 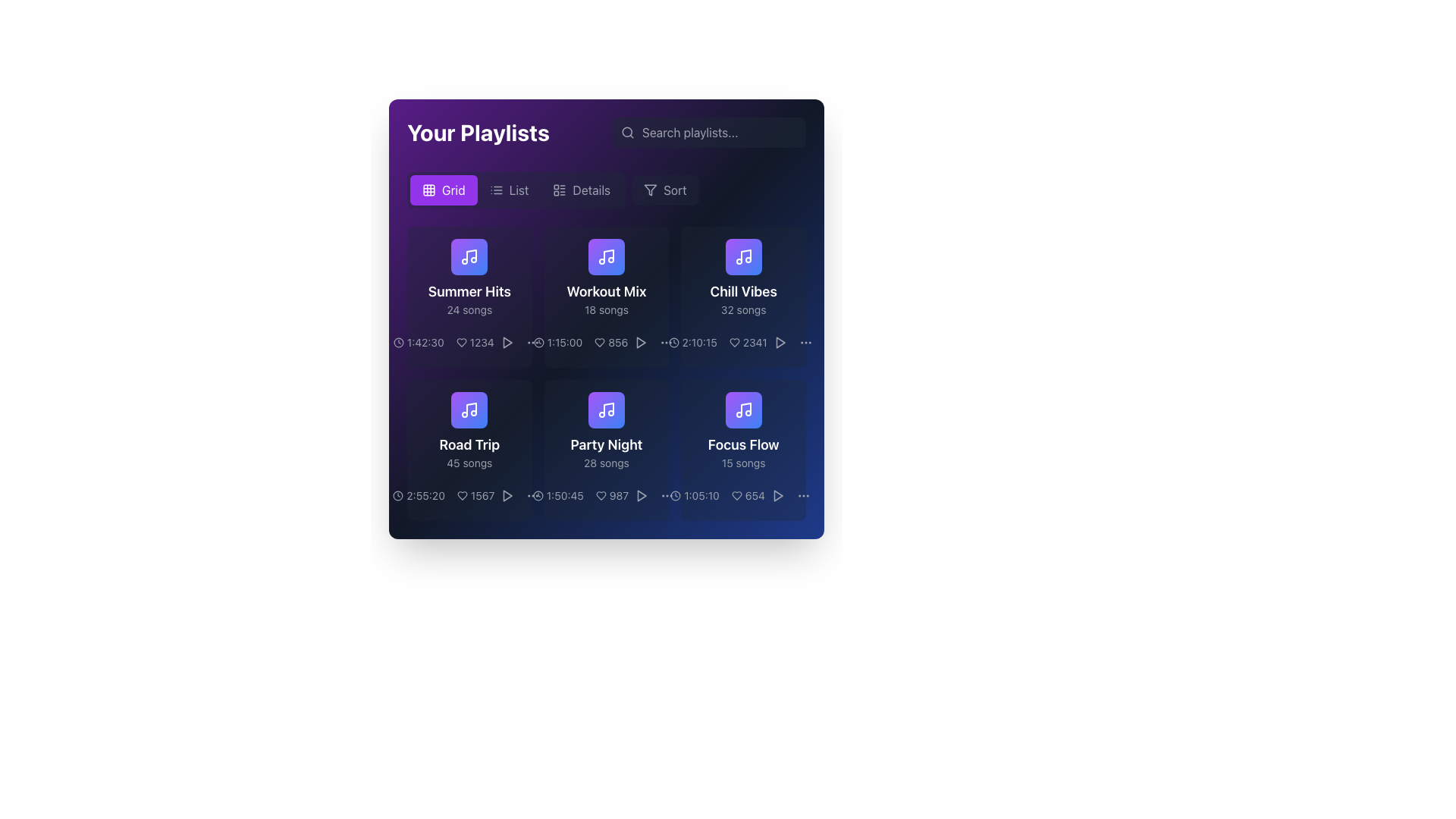 What do you see at coordinates (651, 189) in the screenshot?
I see `the filter icon which is a funnel-shaped graphic located before the 'Sort' label in the top-right section of the interface` at bounding box center [651, 189].